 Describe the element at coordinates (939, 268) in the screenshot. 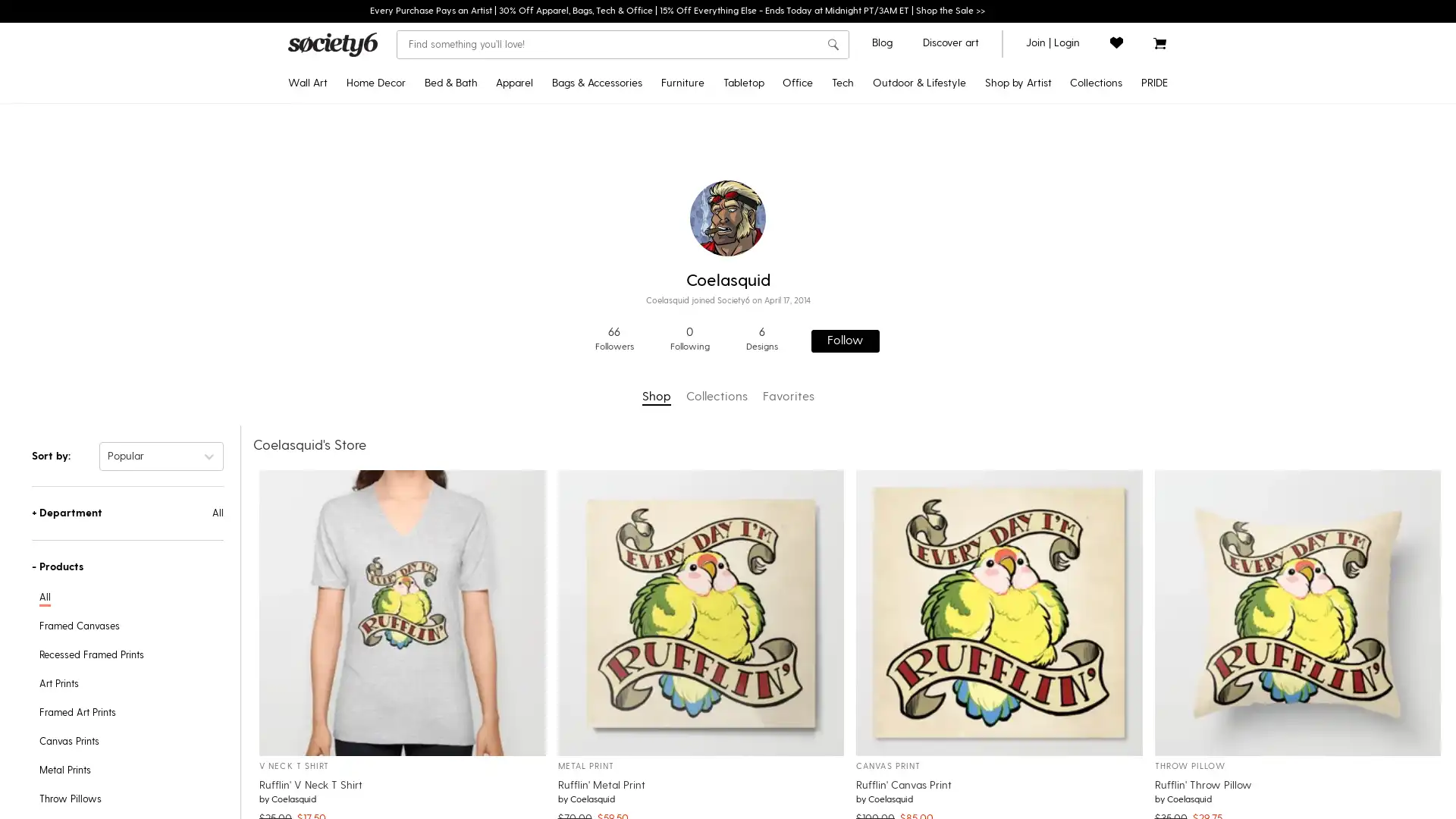

I see `Welcome Mats` at that location.